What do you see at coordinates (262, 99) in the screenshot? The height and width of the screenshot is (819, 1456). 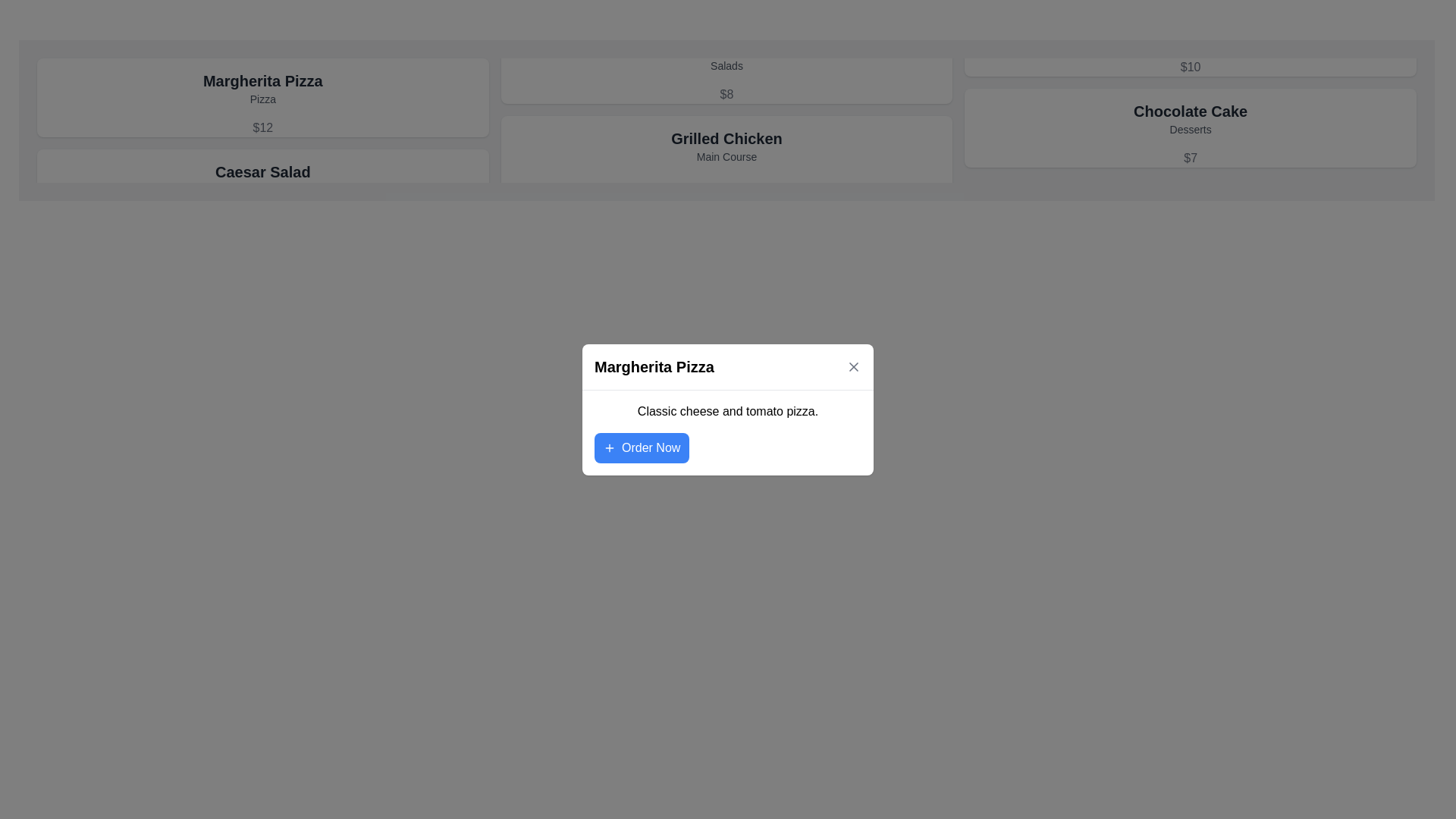 I see `the Text Label displaying 'Pizza'` at bounding box center [262, 99].